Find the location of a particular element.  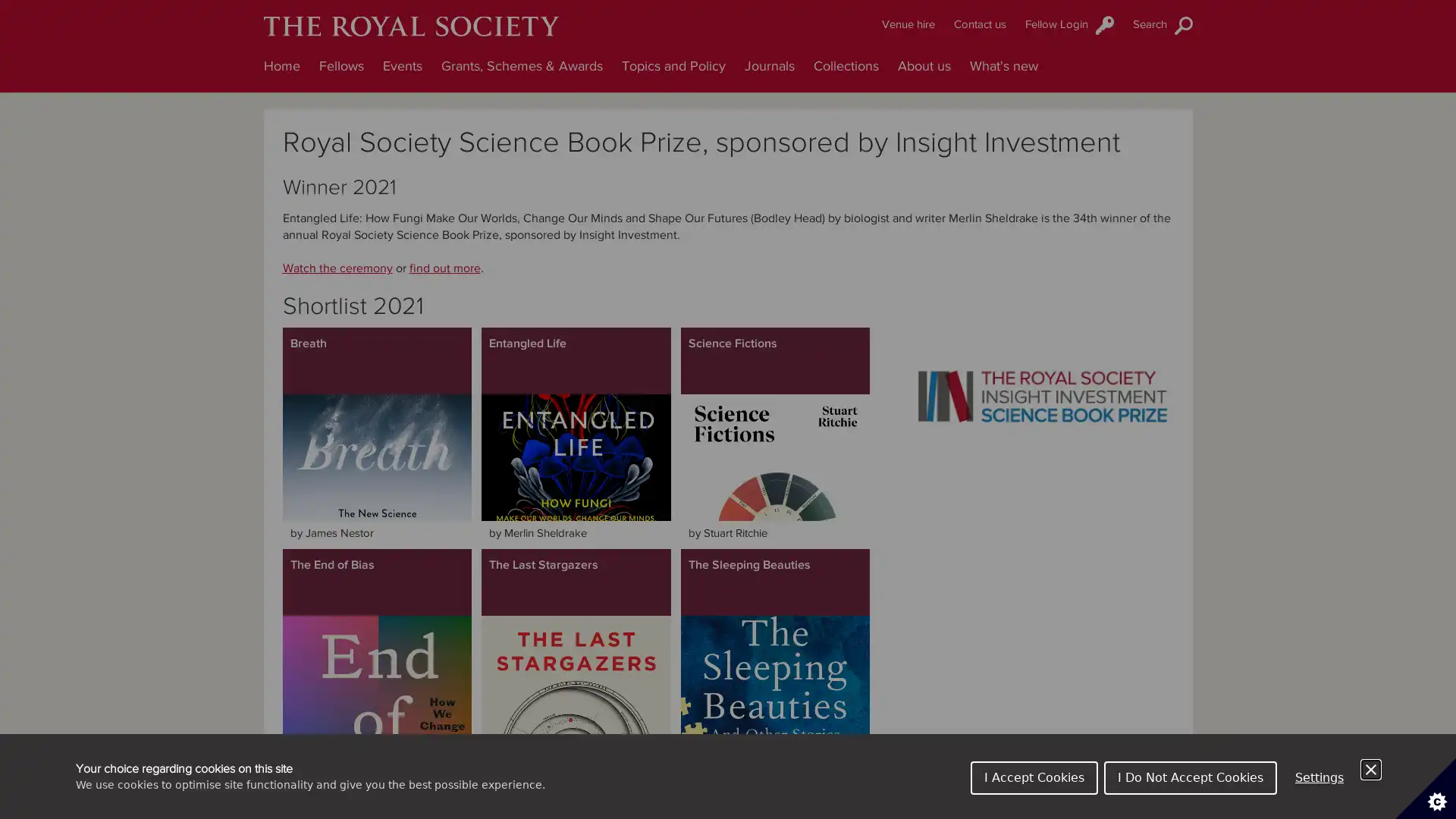

Close Cookie Control is located at coordinates (1371, 769).